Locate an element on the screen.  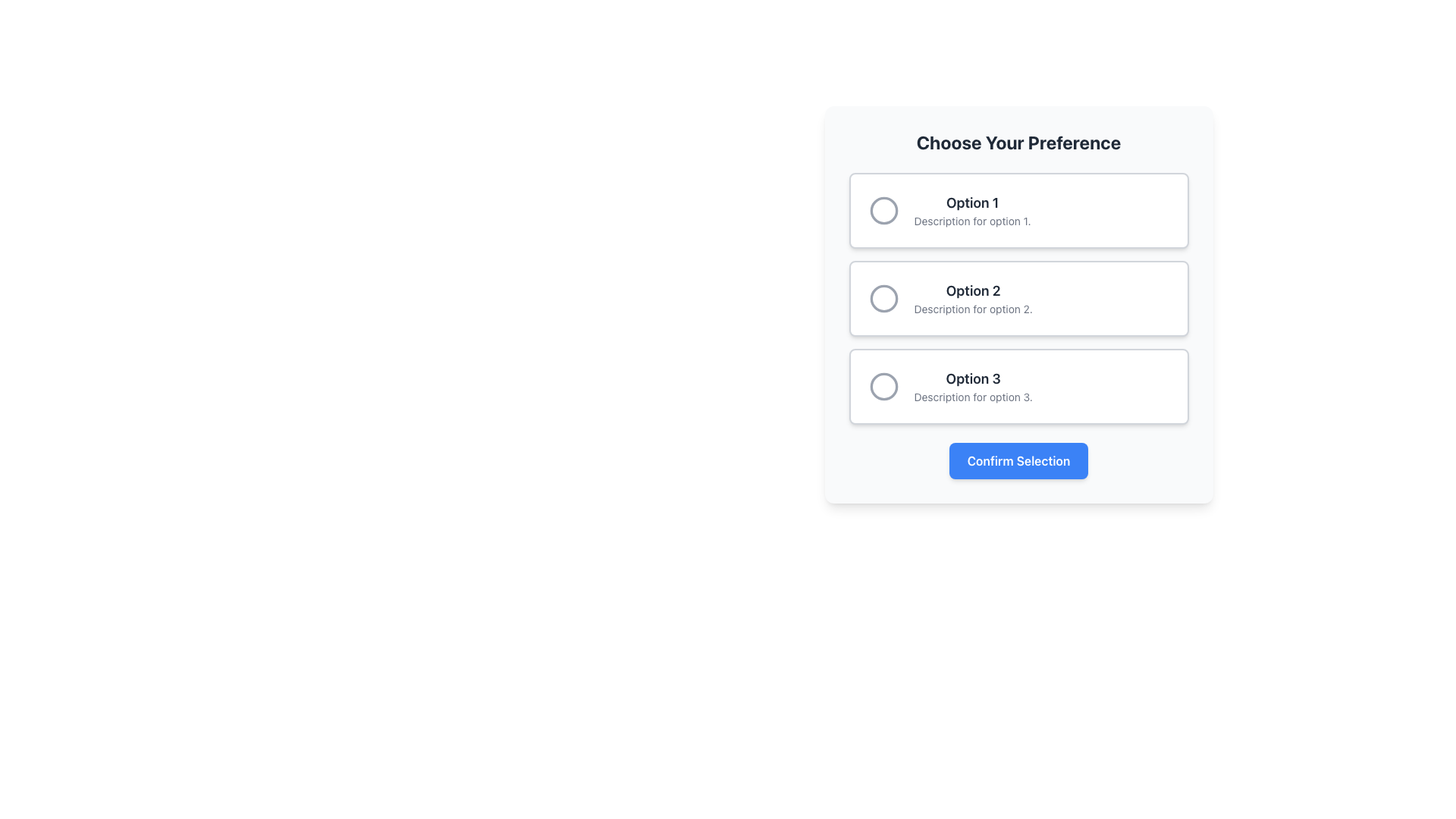
the text block titled 'Option 2', which includes a bold title and a description, positioned in the center of the vertically stacked group of three options is located at coordinates (973, 298).